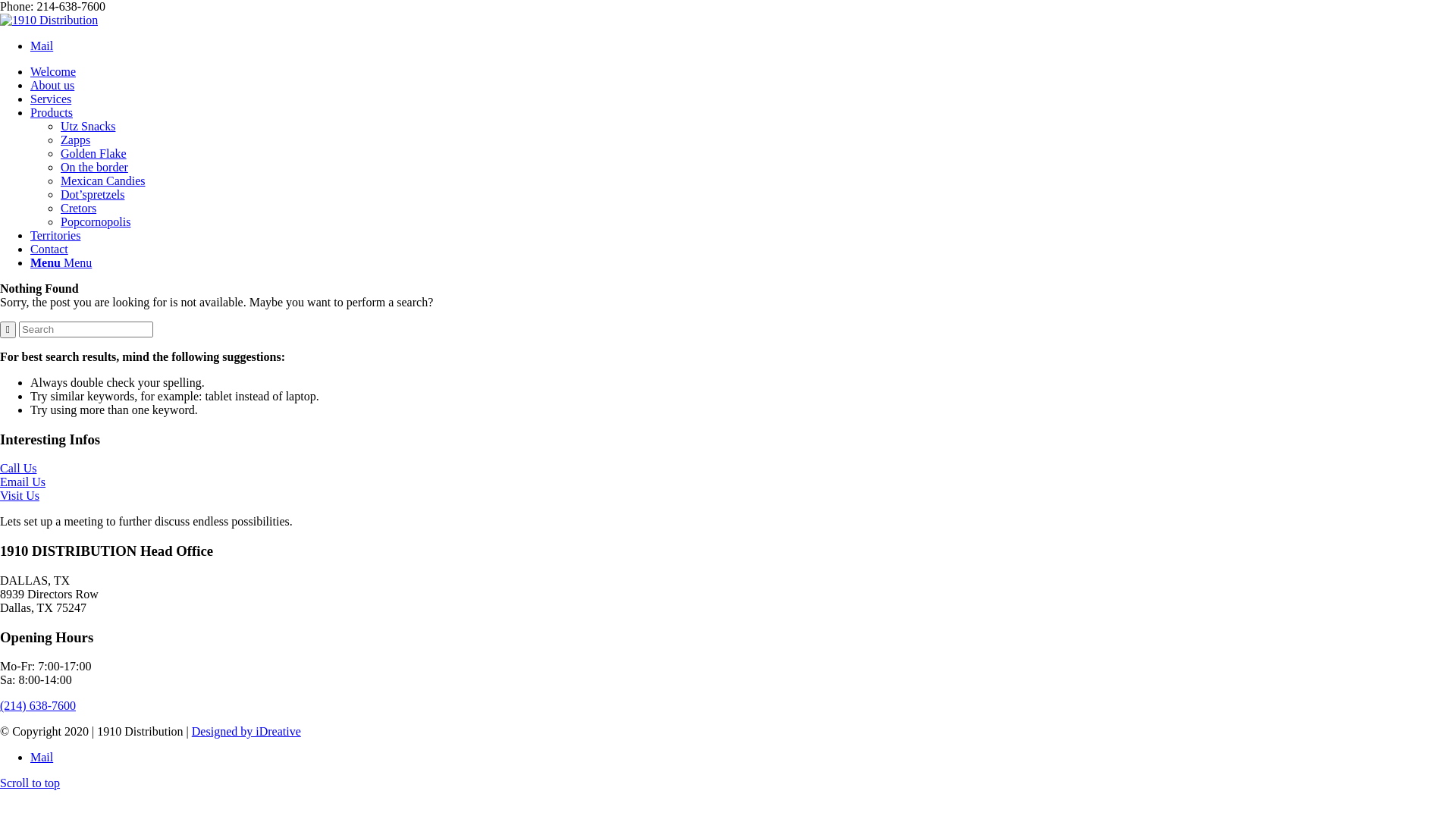 The width and height of the screenshot is (1456, 819). I want to click on 'Utz Snacks', so click(86, 125).